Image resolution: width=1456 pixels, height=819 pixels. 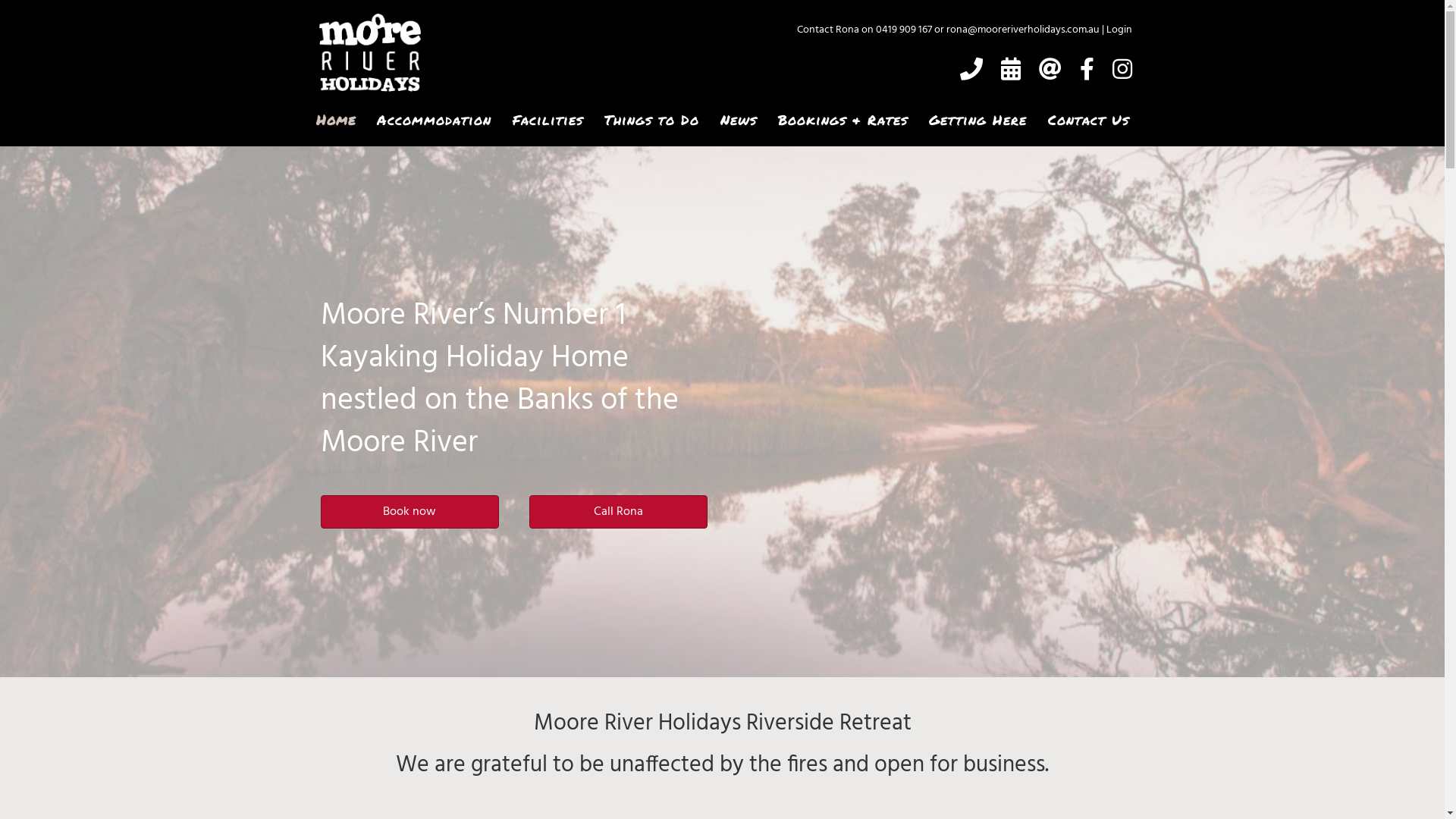 What do you see at coordinates (841, 119) in the screenshot?
I see `'Bookings & Rates'` at bounding box center [841, 119].